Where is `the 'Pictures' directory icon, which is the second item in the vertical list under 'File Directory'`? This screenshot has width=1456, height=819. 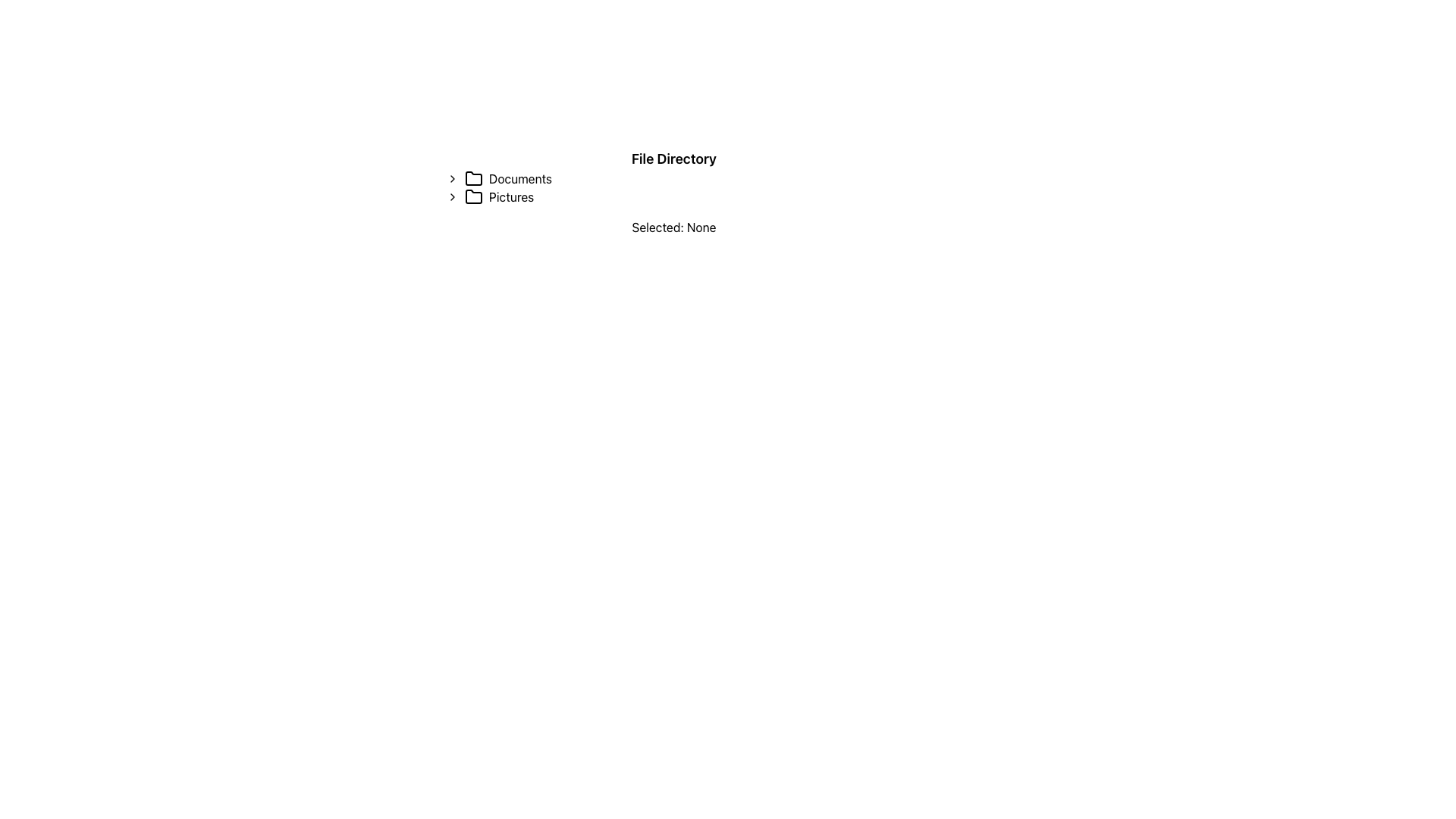
the 'Pictures' directory icon, which is the second item in the vertical list under 'File Directory' is located at coordinates (472, 196).